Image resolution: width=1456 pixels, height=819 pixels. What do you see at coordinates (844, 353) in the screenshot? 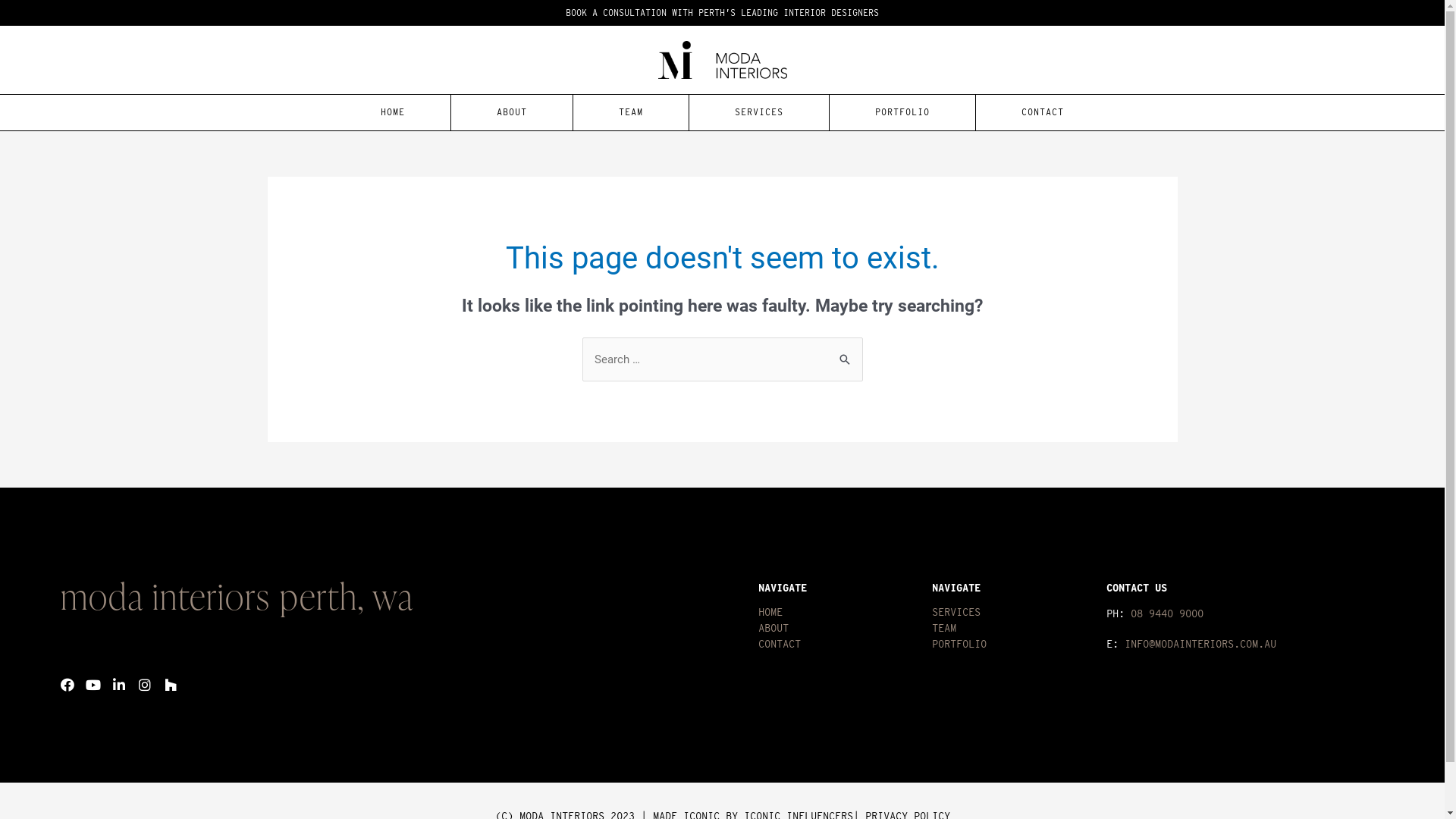
I see `'Search'` at bounding box center [844, 353].